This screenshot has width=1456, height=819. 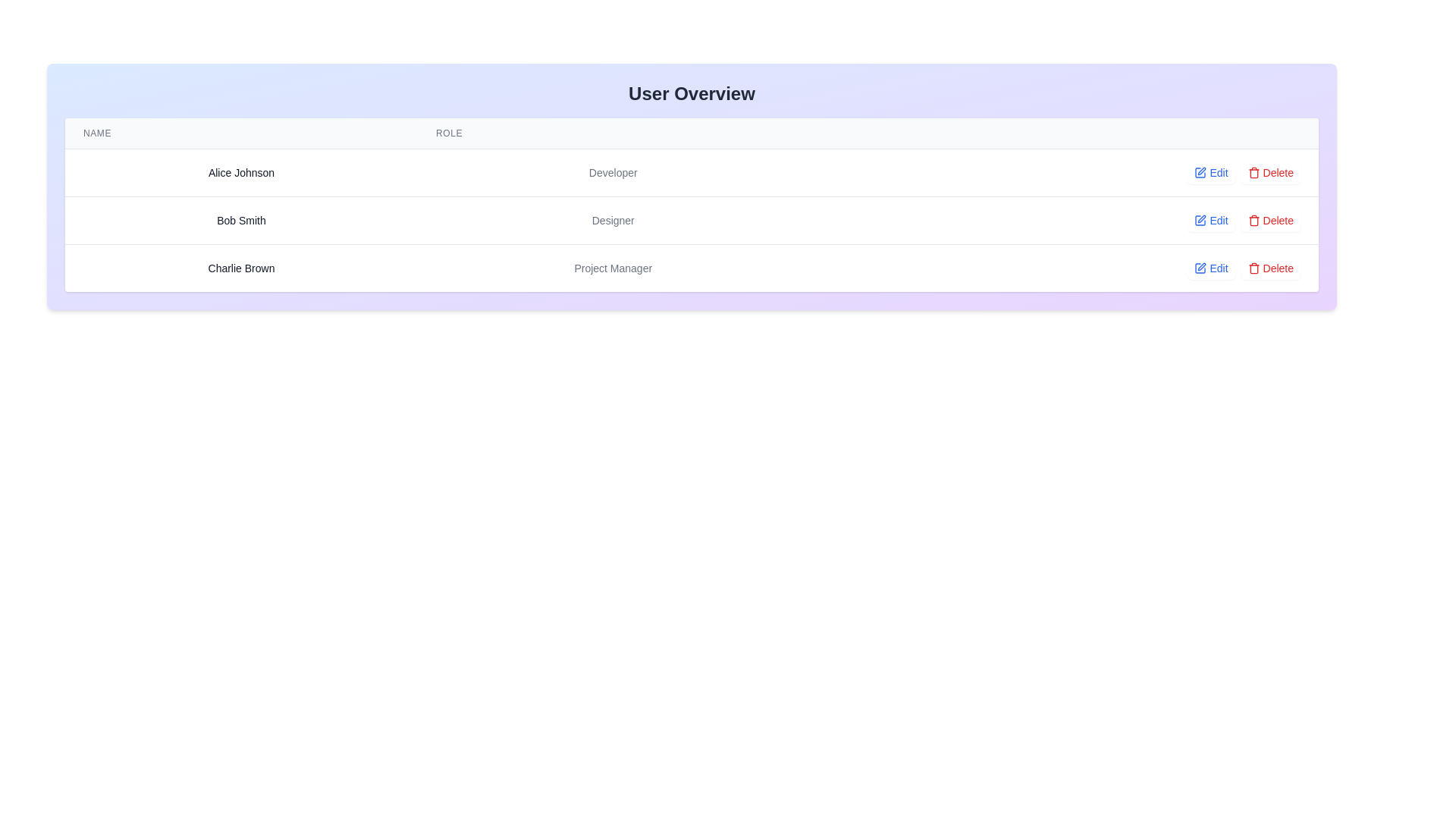 What do you see at coordinates (1201, 171) in the screenshot?
I see `the edit icon located at the beginning of the action buttons for the first user in the list` at bounding box center [1201, 171].